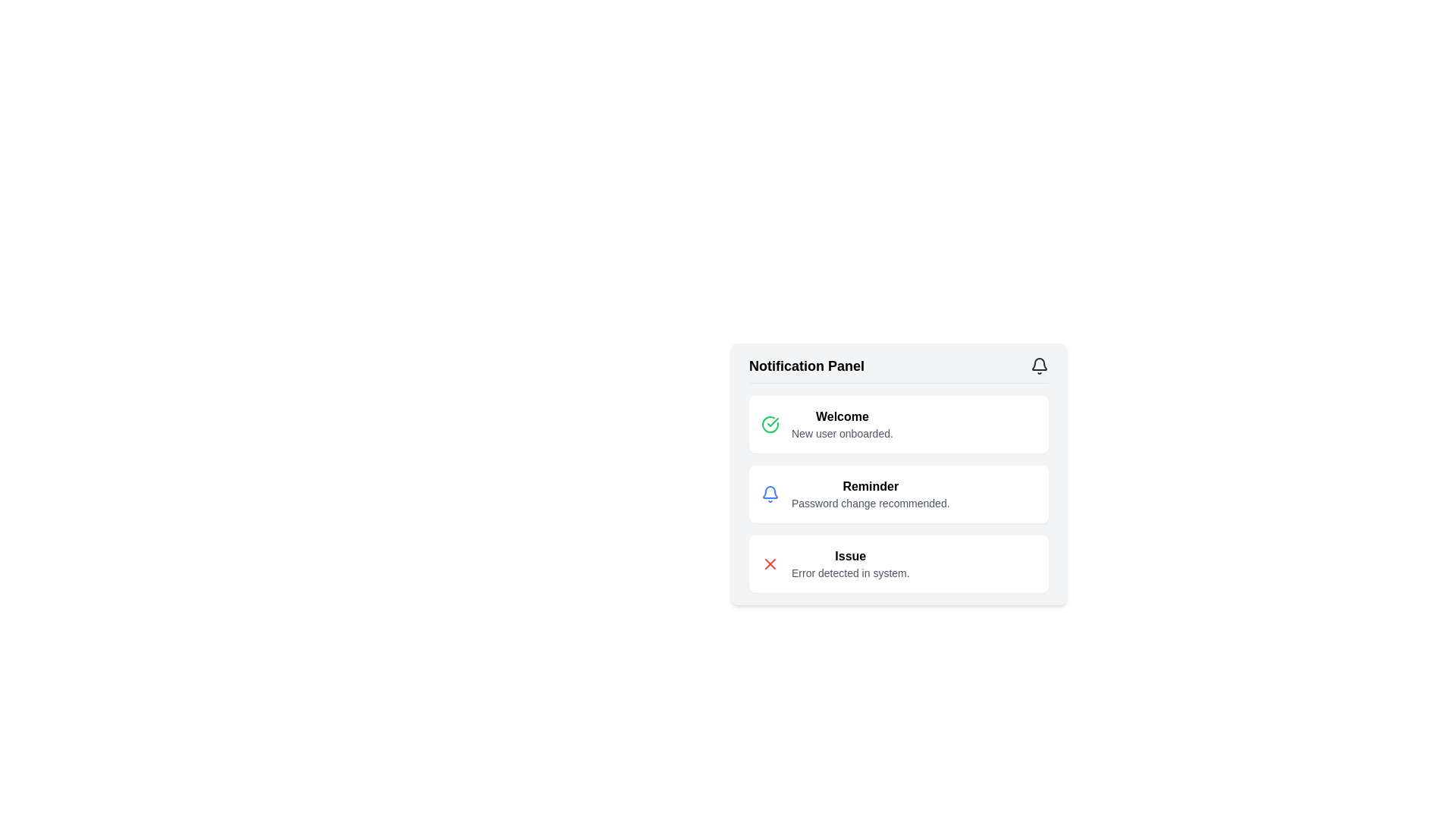  I want to click on the welcome message notification area located in the first row of notification cards, positioned below the check mark icon, so click(841, 424).